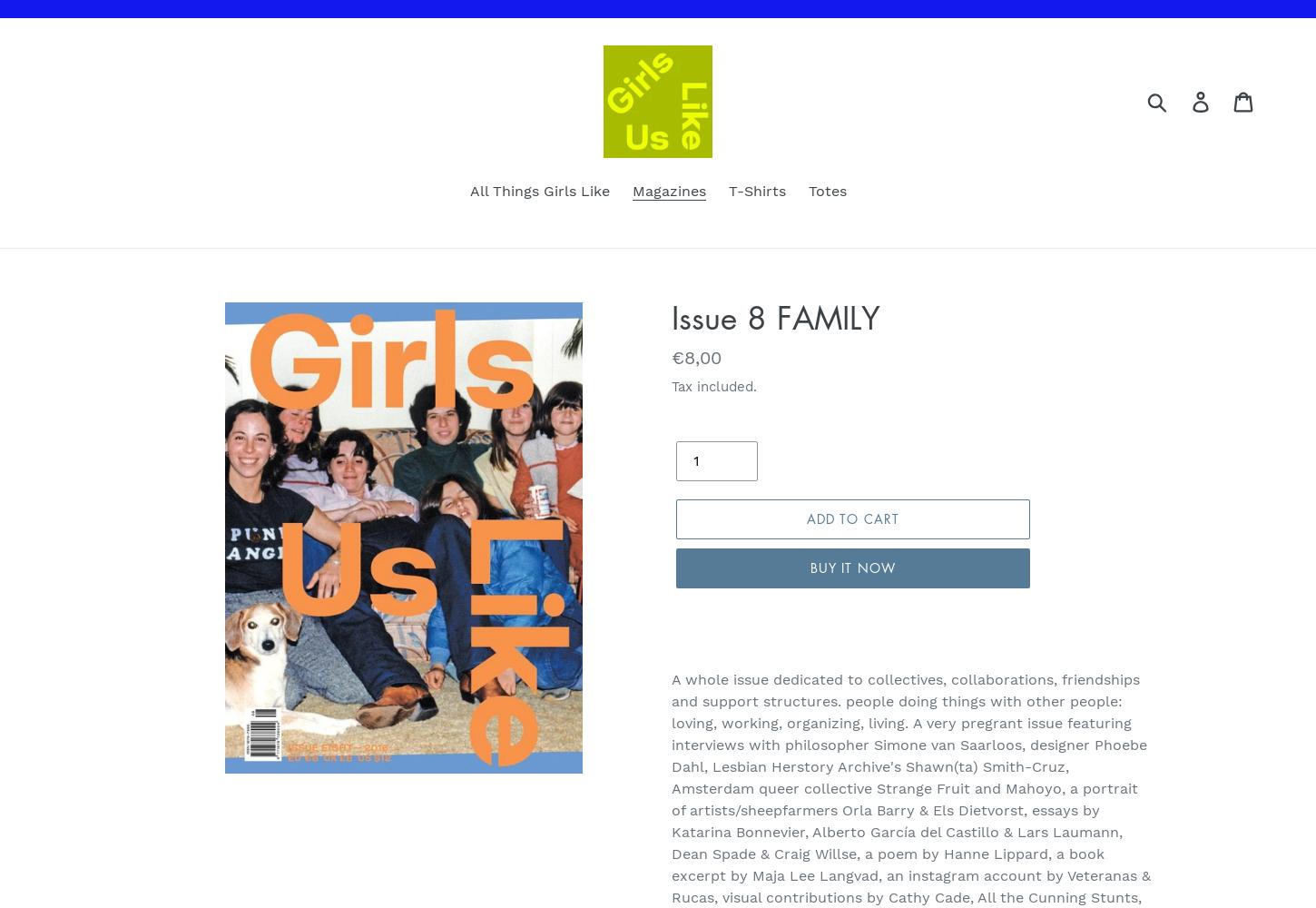 The width and height of the screenshot is (1316, 908). Describe the element at coordinates (671, 316) in the screenshot. I see `'Issue 8 FAMILY'` at that location.